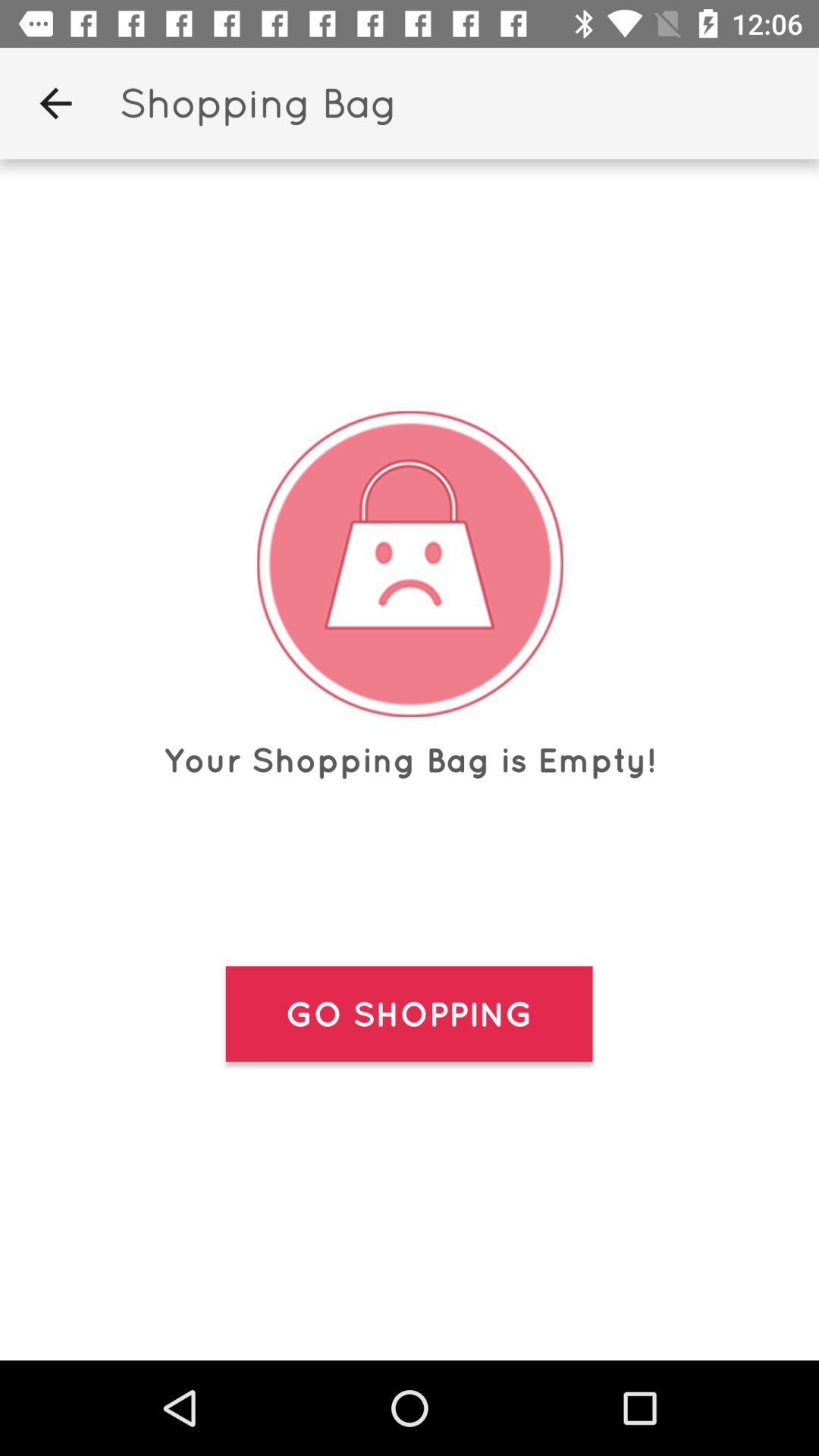 The image size is (819, 1456). I want to click on the go shopping, so click(408, 1014).